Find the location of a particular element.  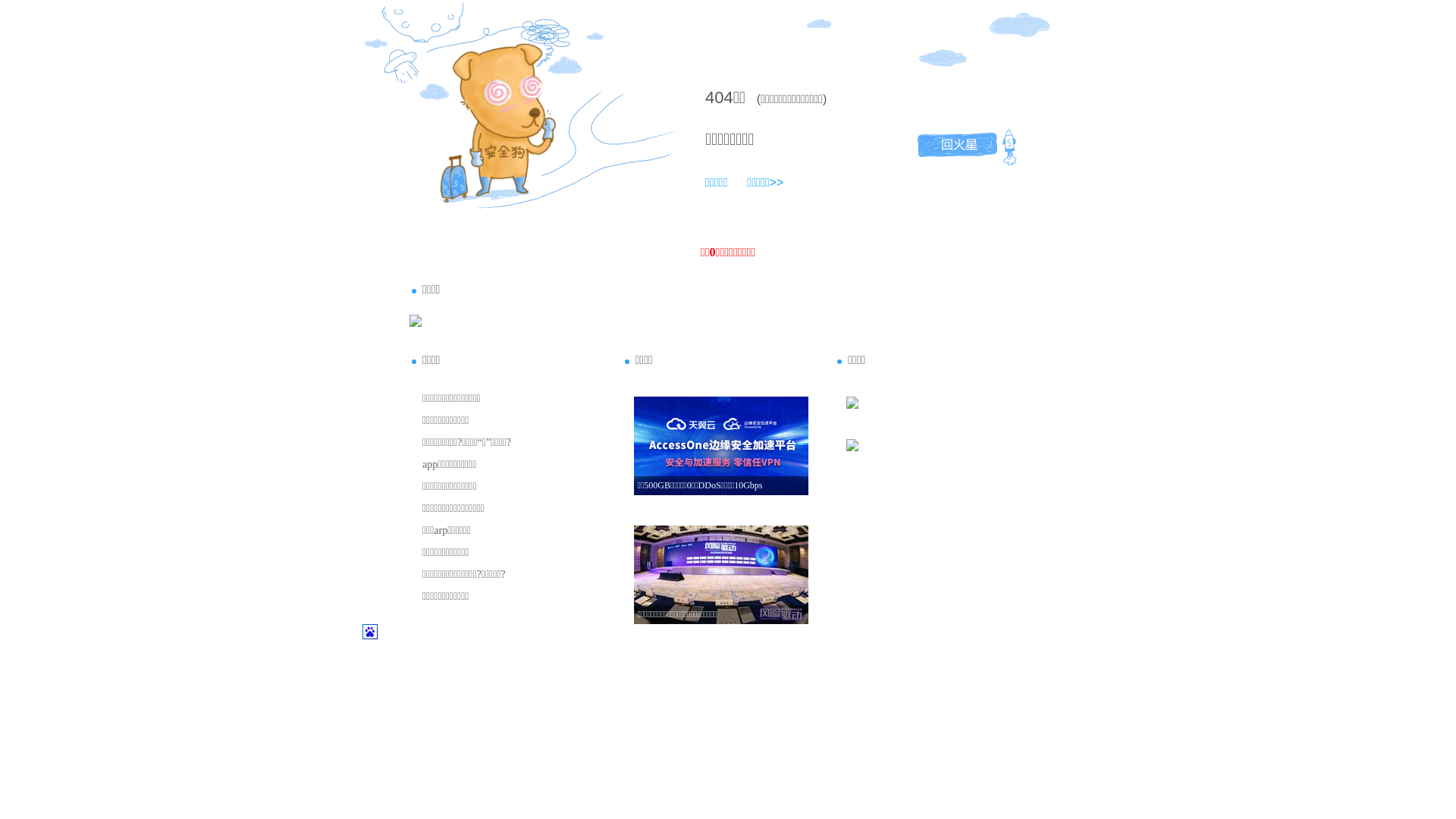

'404' is located at coordinates (718, 97).